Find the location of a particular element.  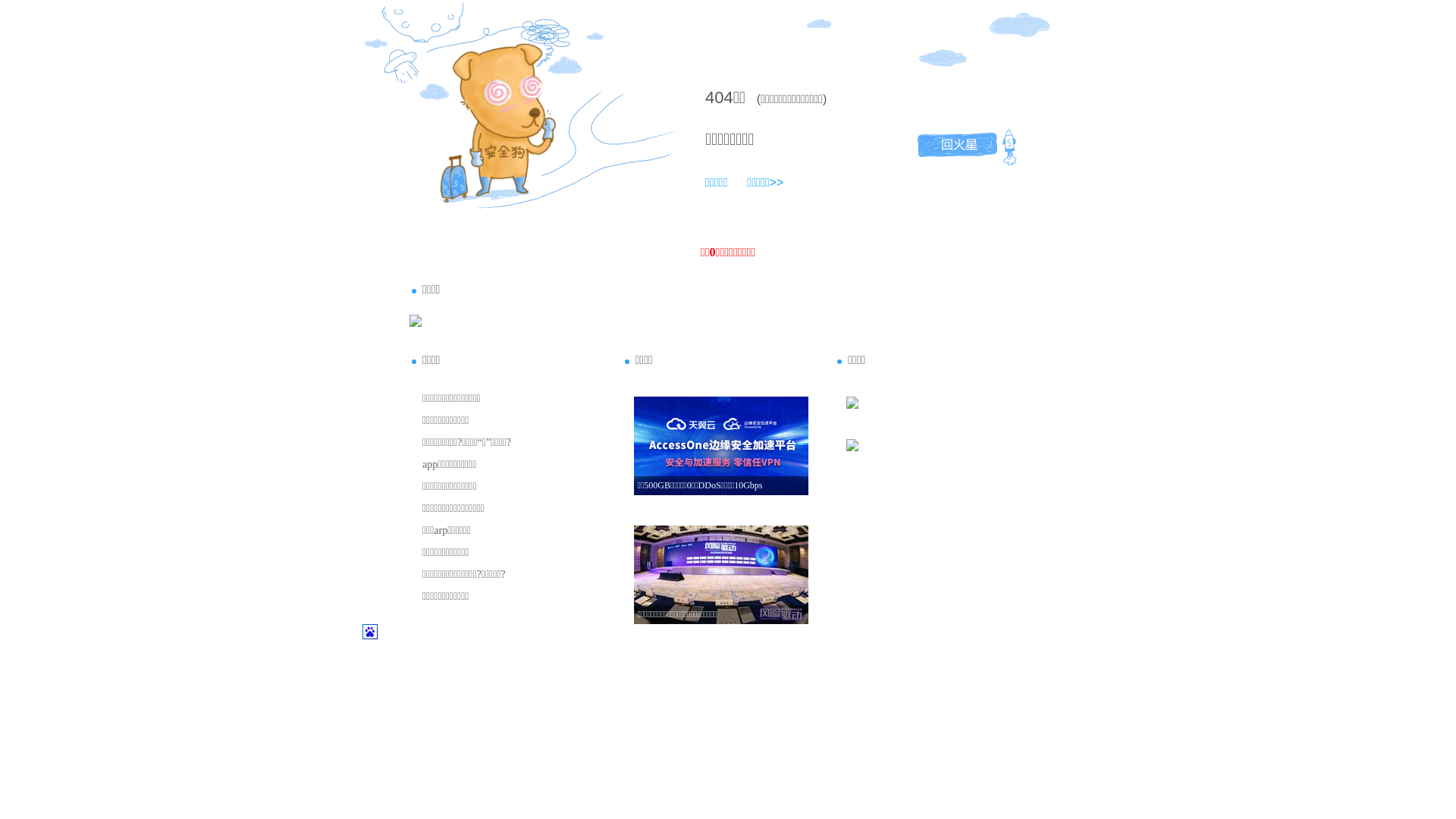

'404' is located at coordinates (718, 97).